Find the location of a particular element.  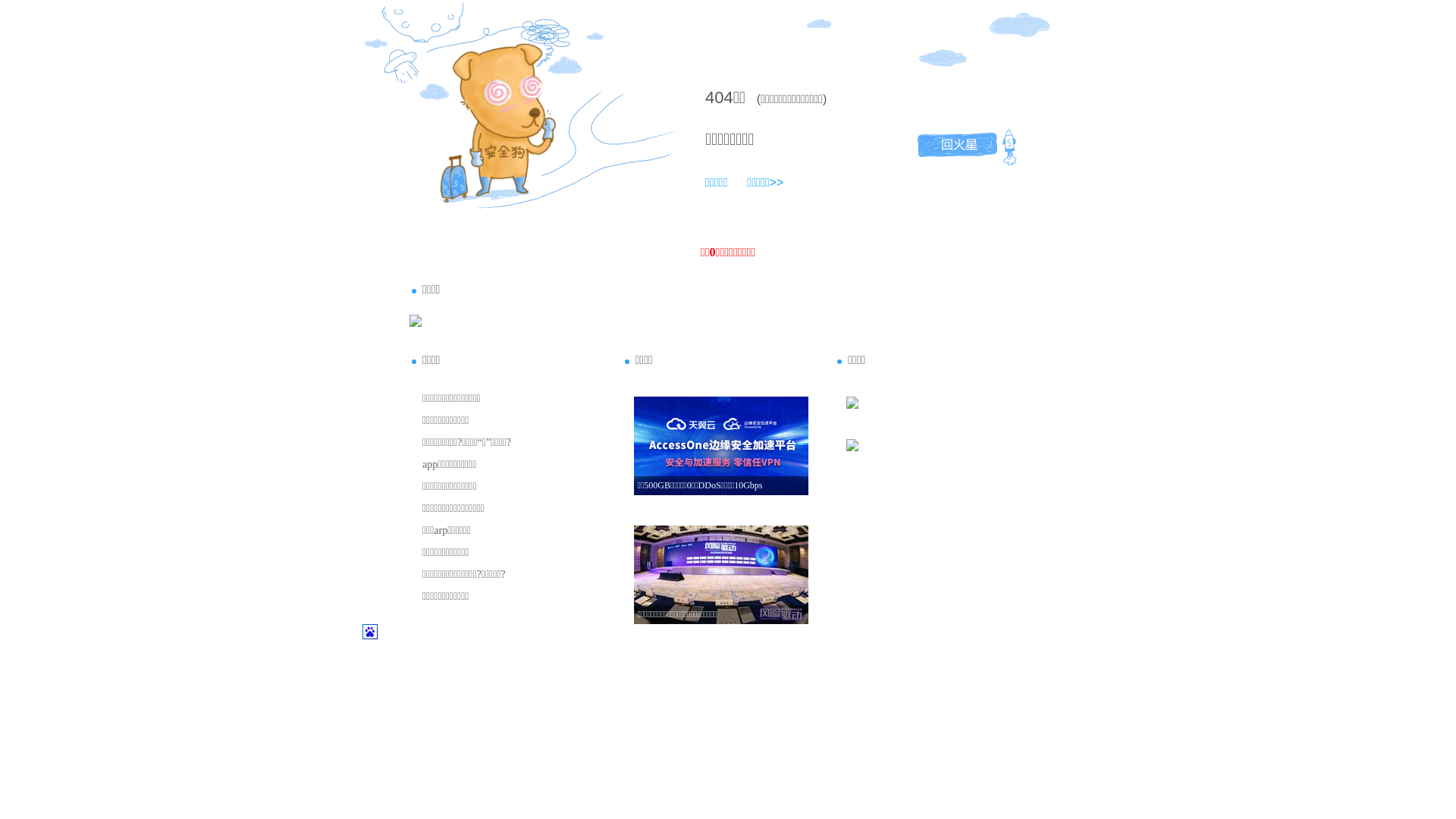

'404' is located at coordinates (718, 97).